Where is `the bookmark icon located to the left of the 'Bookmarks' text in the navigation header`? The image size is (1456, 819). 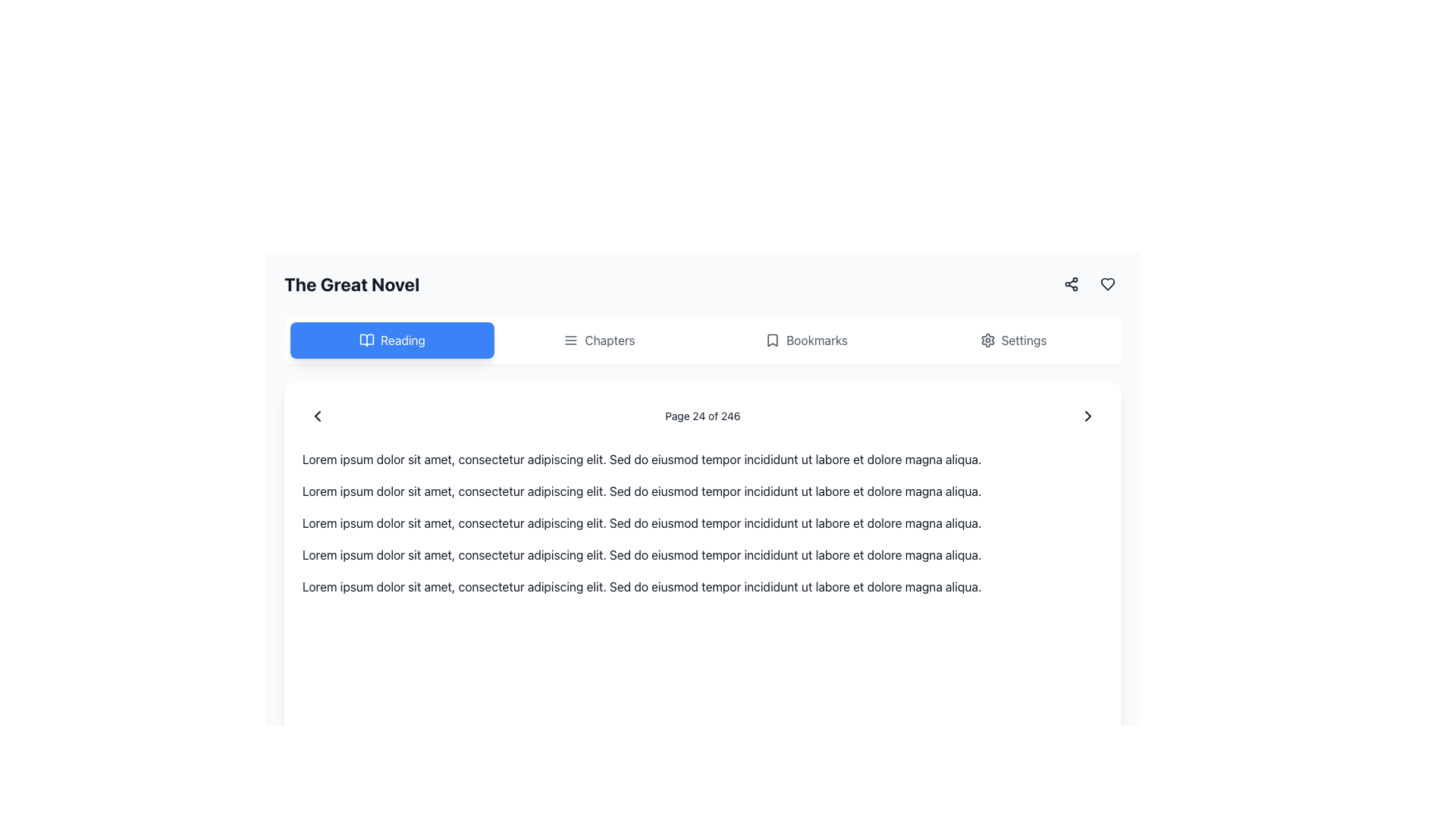 the bookmark icon located to the left of the 'Bookmarks' text in the navigation header is located at coordinates (773, 339).